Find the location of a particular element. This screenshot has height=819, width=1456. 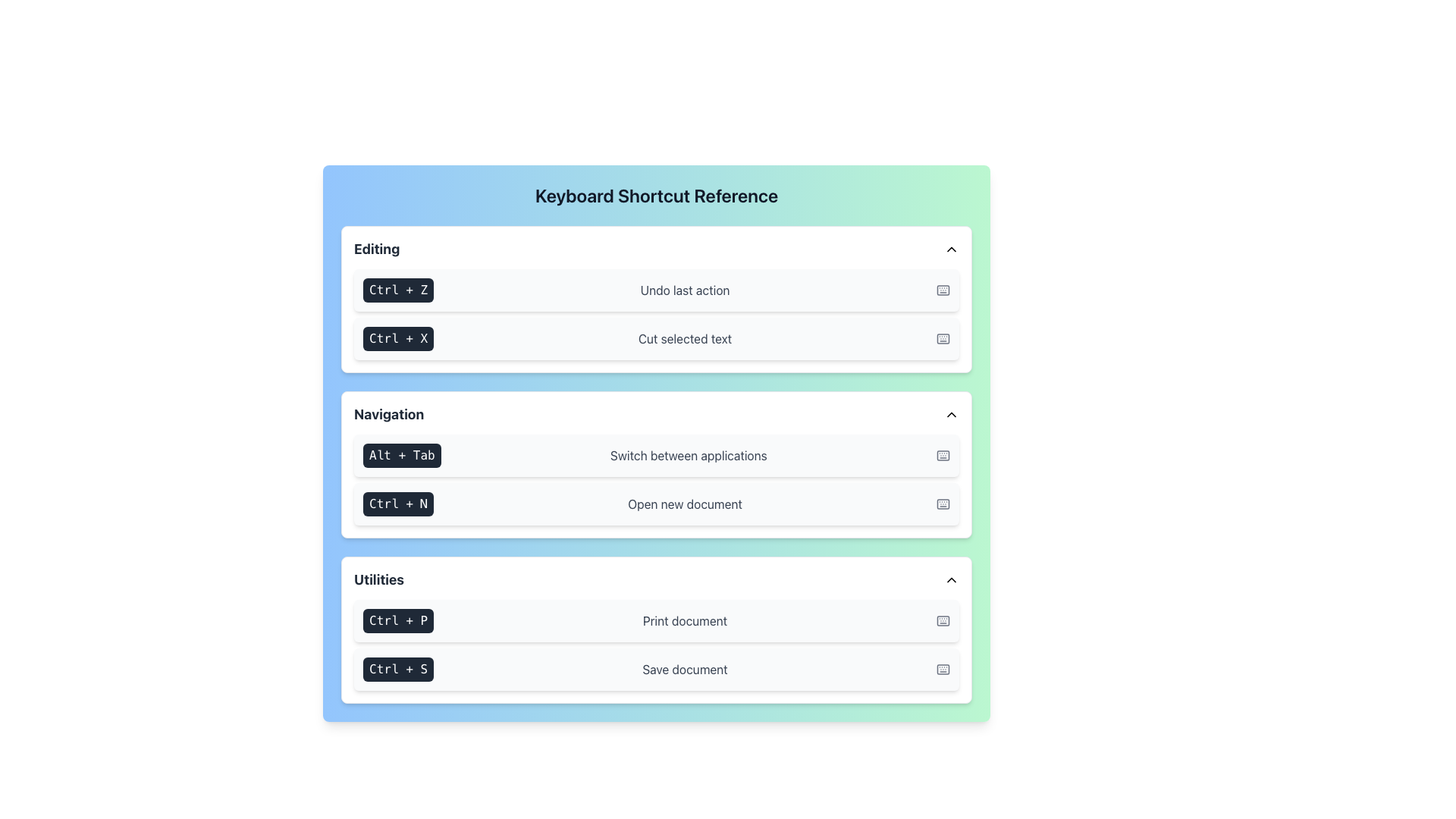

the 'Ctrl + N' button, which is a rectangular button with rounded corners, located in the 'Navigation' section under 'Open new document.' is located at coordinates (398, 504).